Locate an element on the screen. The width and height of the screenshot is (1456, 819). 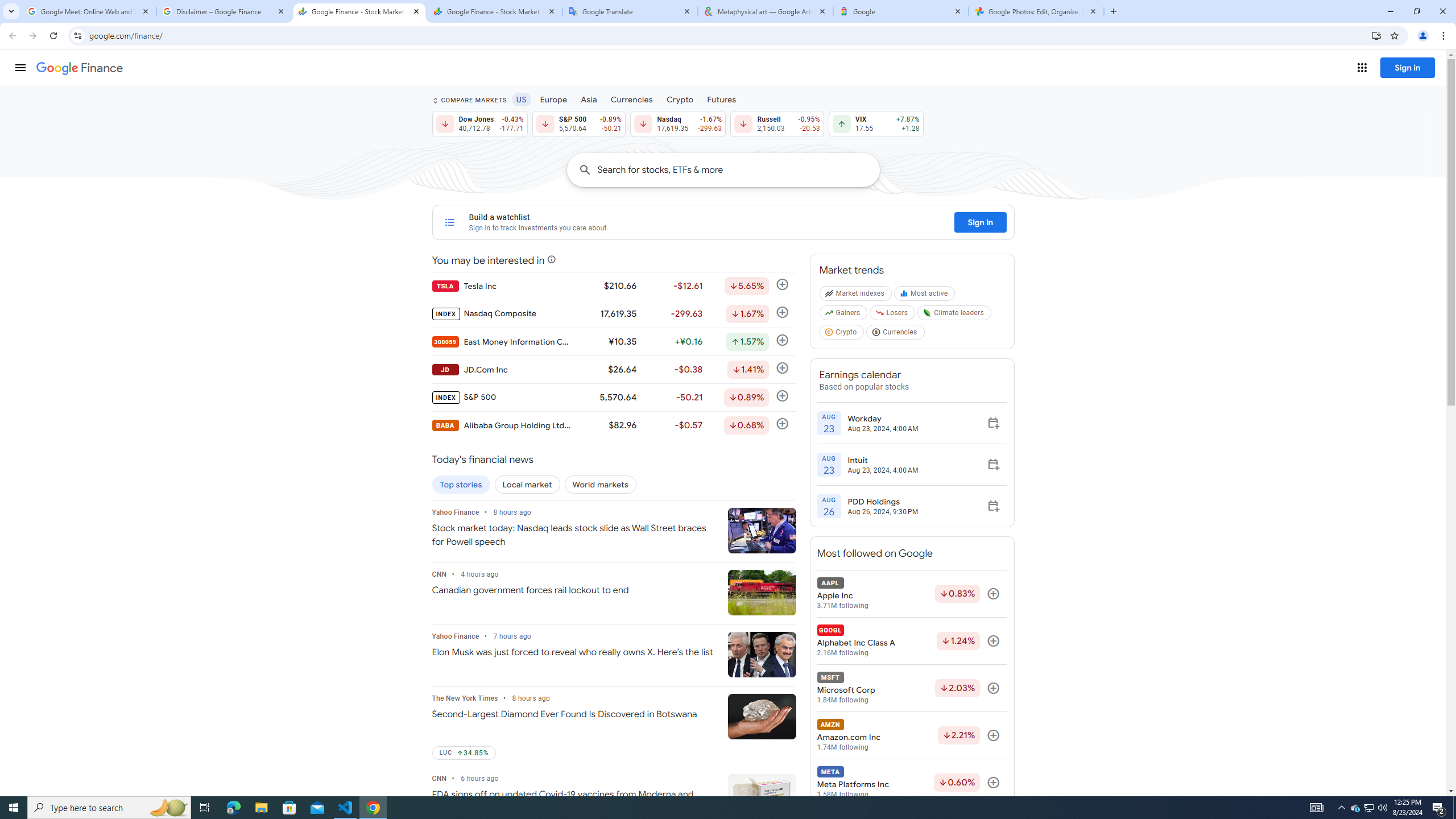
'Gainers' is located at coordinates (843, 315).